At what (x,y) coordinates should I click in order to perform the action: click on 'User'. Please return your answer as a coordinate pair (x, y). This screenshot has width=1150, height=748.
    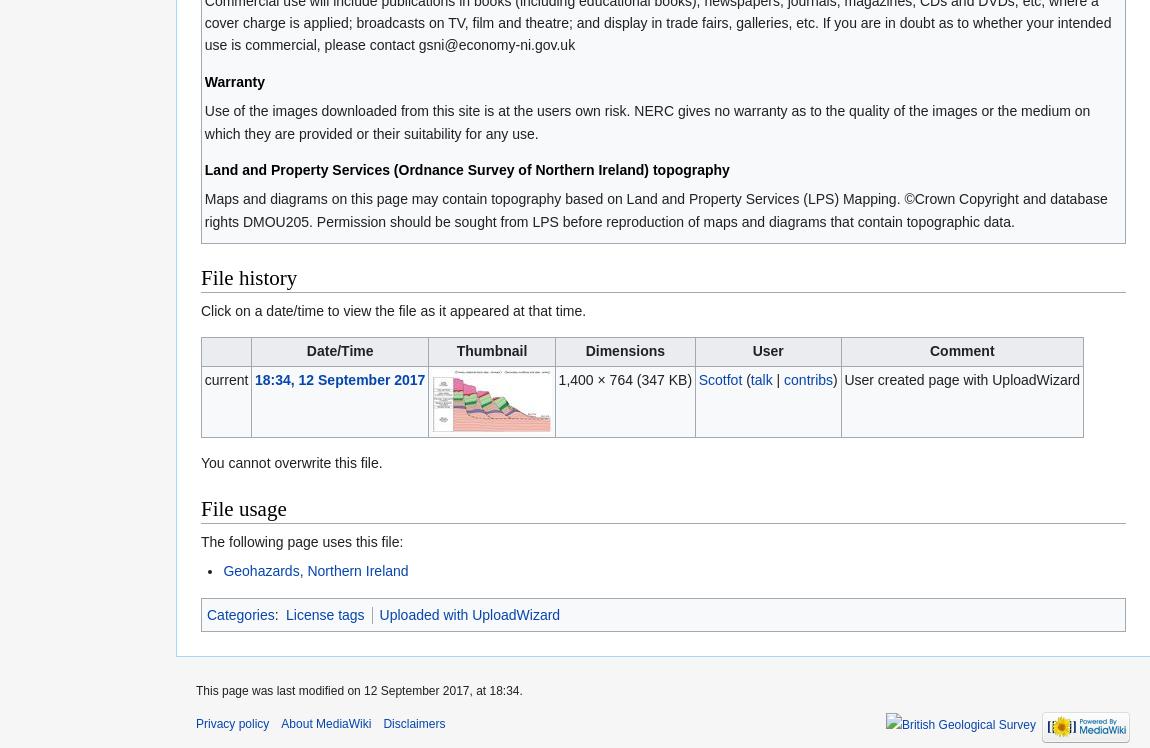
    Looking at the image, I should click on (766, 350).